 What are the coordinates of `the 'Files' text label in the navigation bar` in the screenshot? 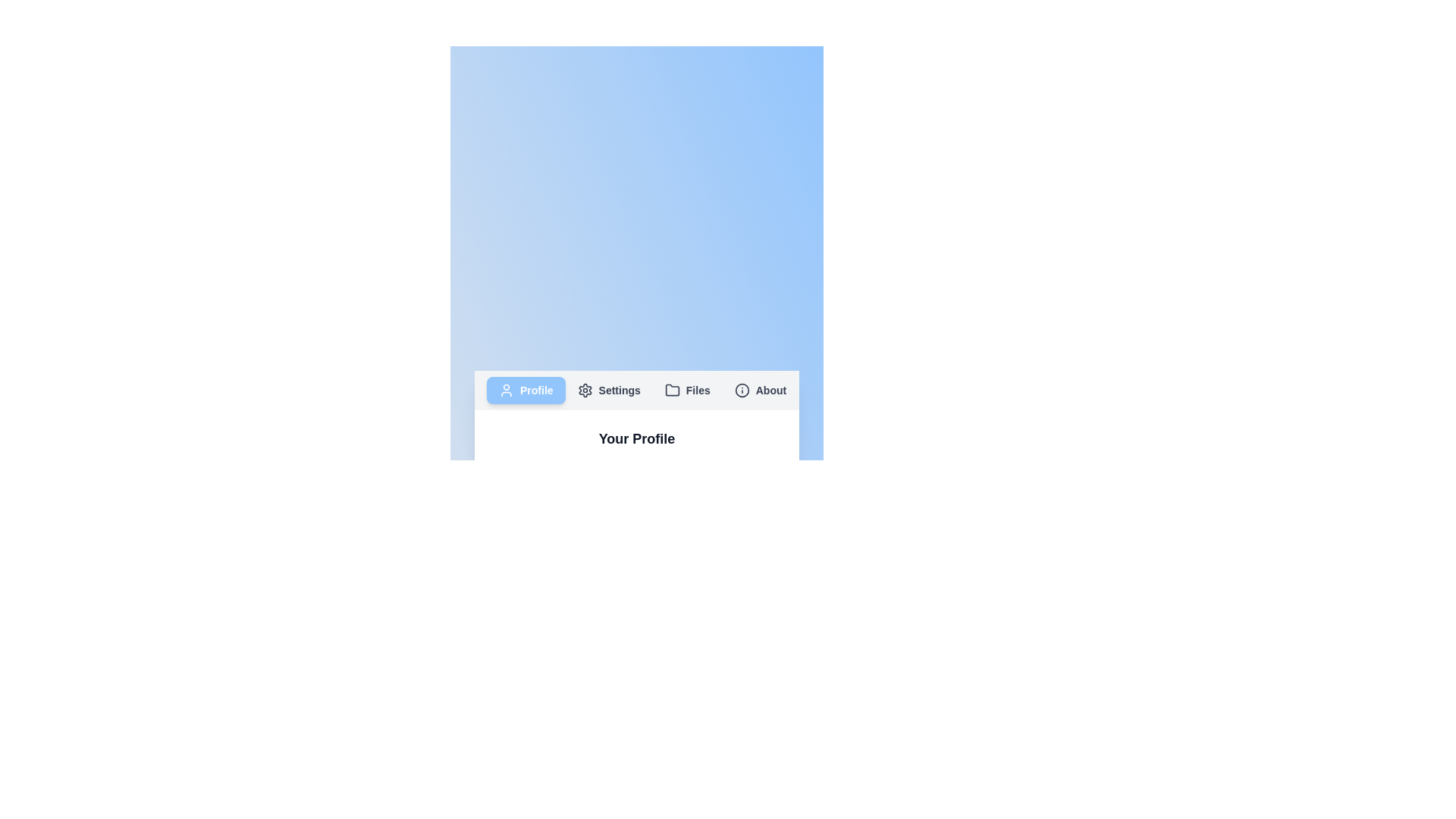 It's located at (697, 390).